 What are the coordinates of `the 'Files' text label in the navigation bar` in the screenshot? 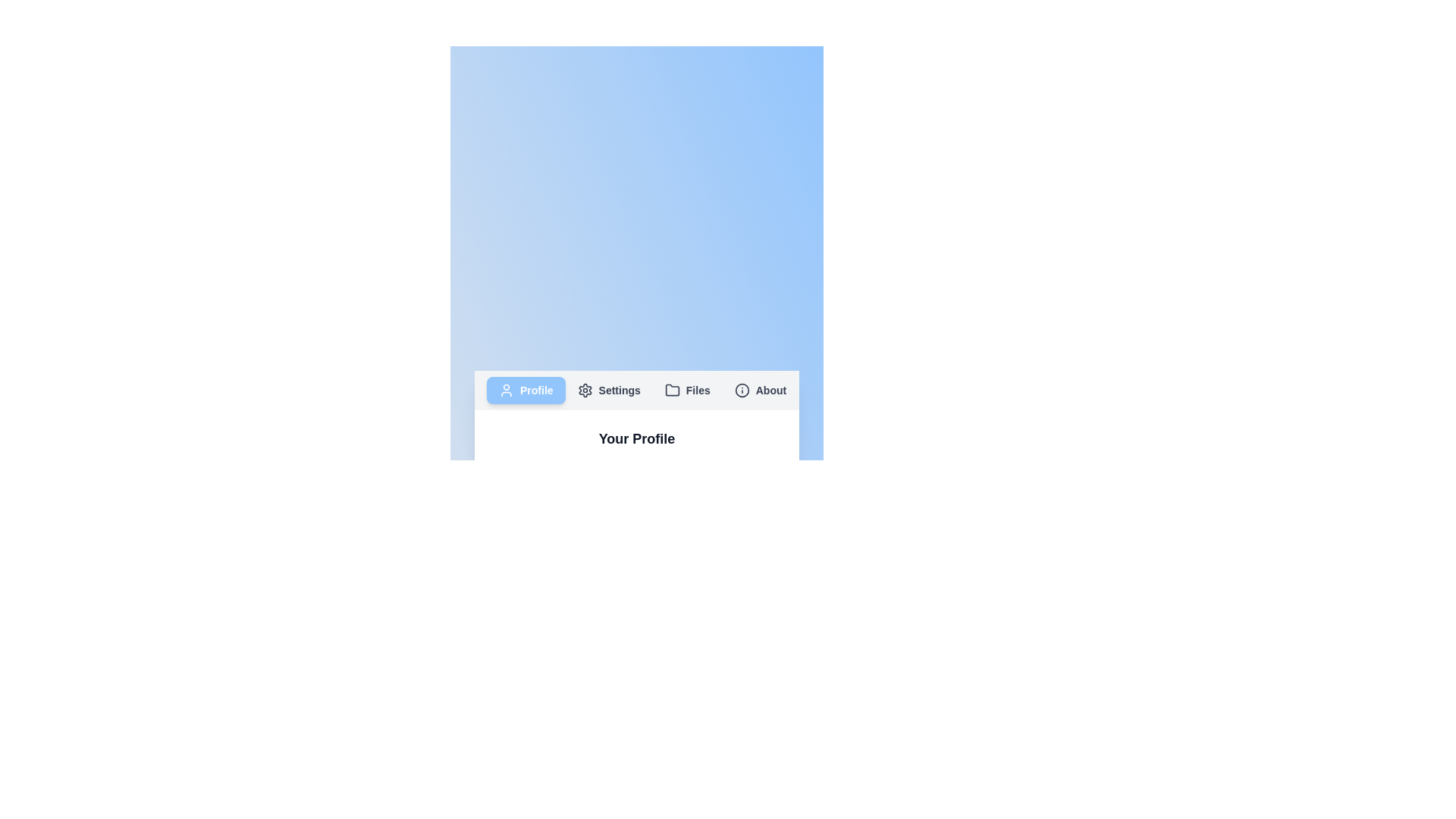 It's located at (697, 390).